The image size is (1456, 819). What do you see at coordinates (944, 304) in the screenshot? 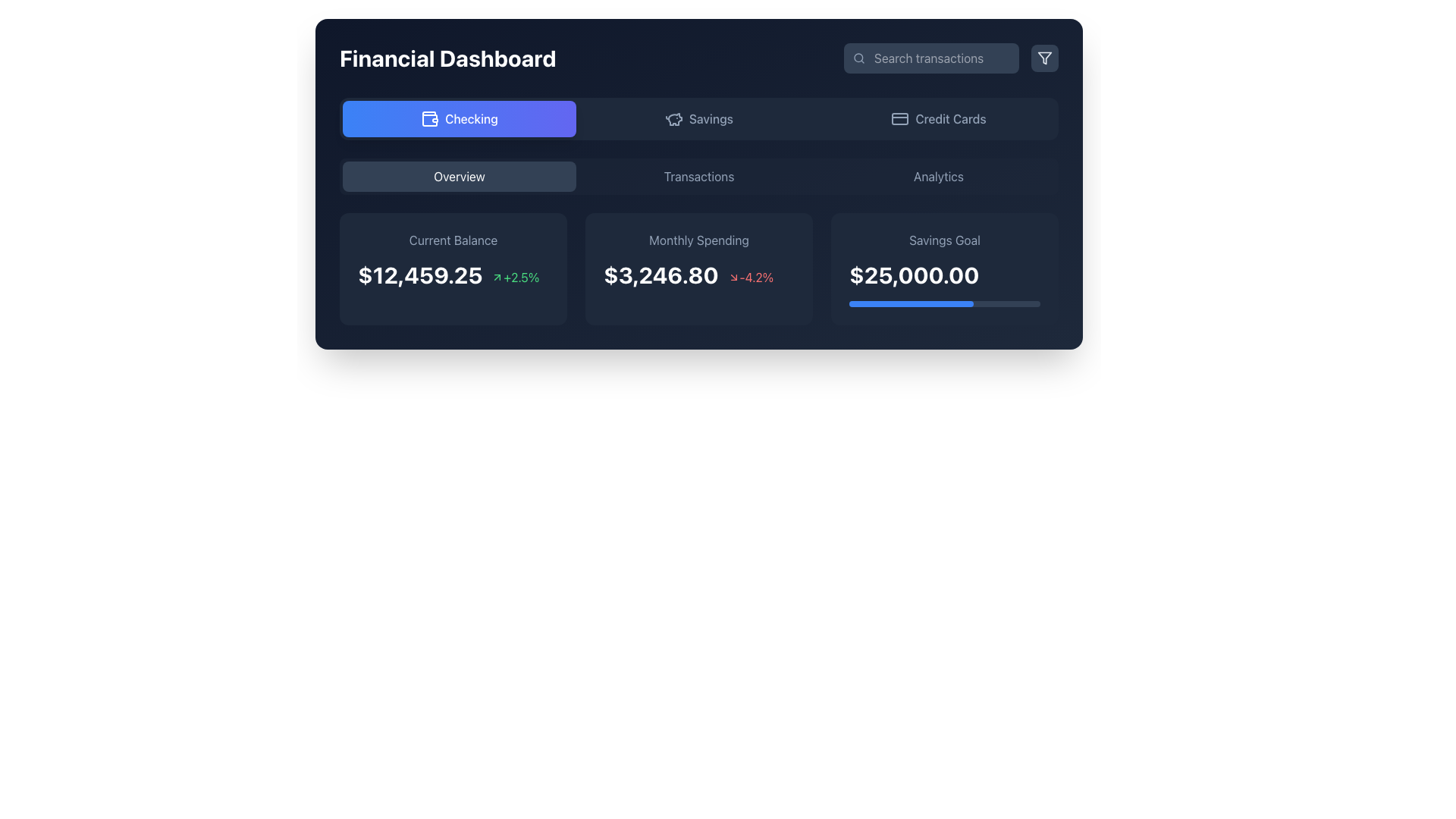
I see `the progress bar located in the 'Savings Goal' section, positioned below the numeric value '$25,000.00'` at bounding box center [944, 304].